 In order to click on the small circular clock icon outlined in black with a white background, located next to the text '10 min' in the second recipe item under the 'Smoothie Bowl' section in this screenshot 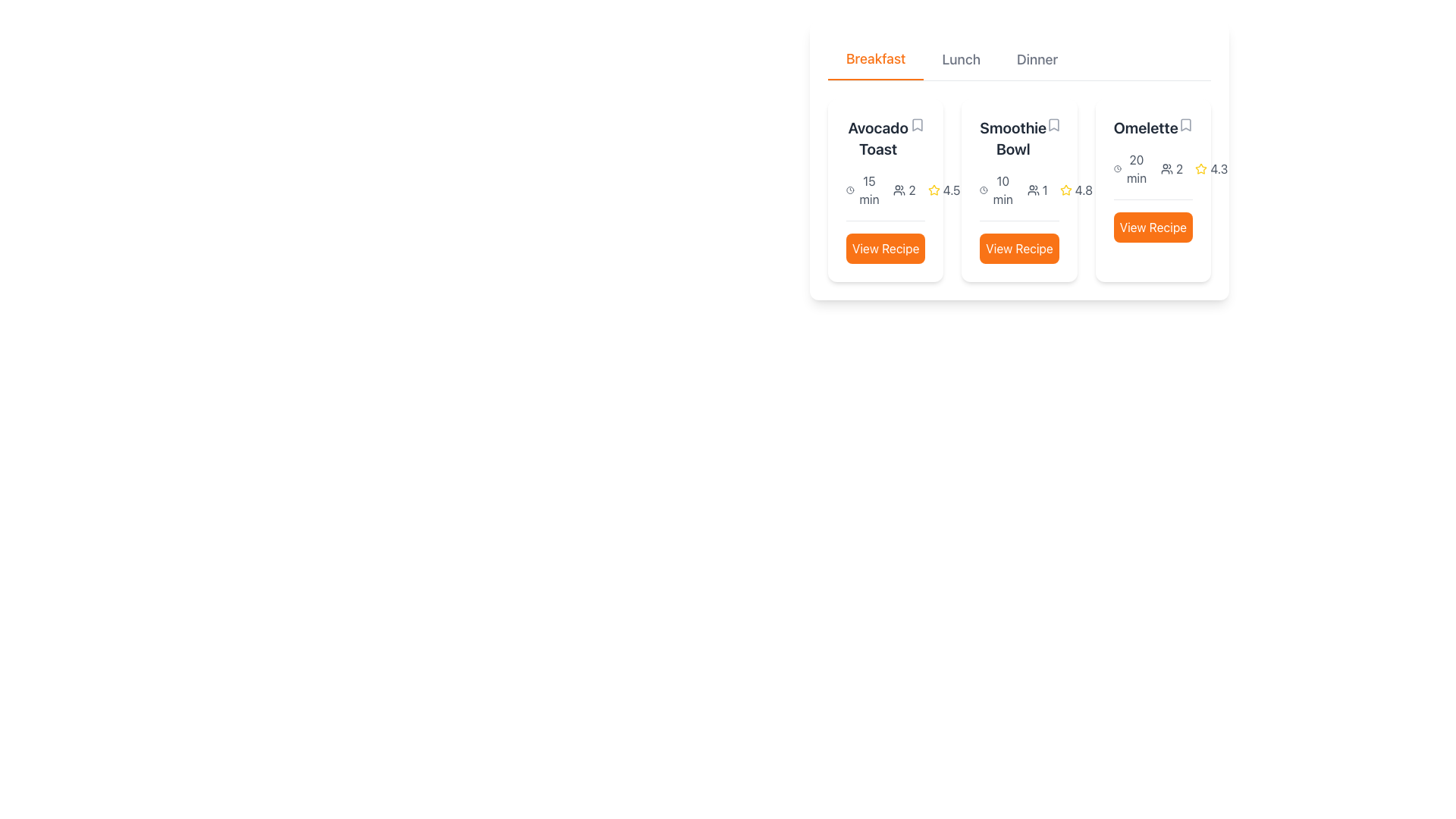, I will do `click(984, 189)`.